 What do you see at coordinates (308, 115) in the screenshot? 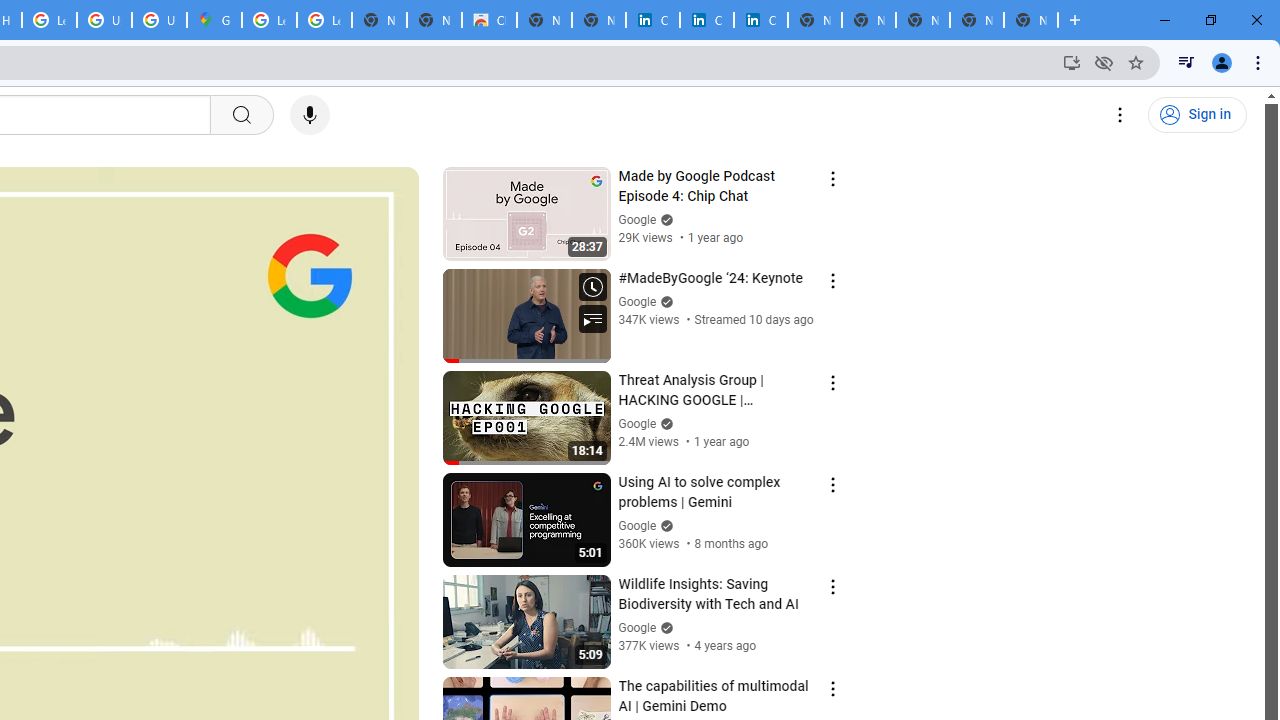
I see `'Search with your voice'` at bounding box center [308, 115].